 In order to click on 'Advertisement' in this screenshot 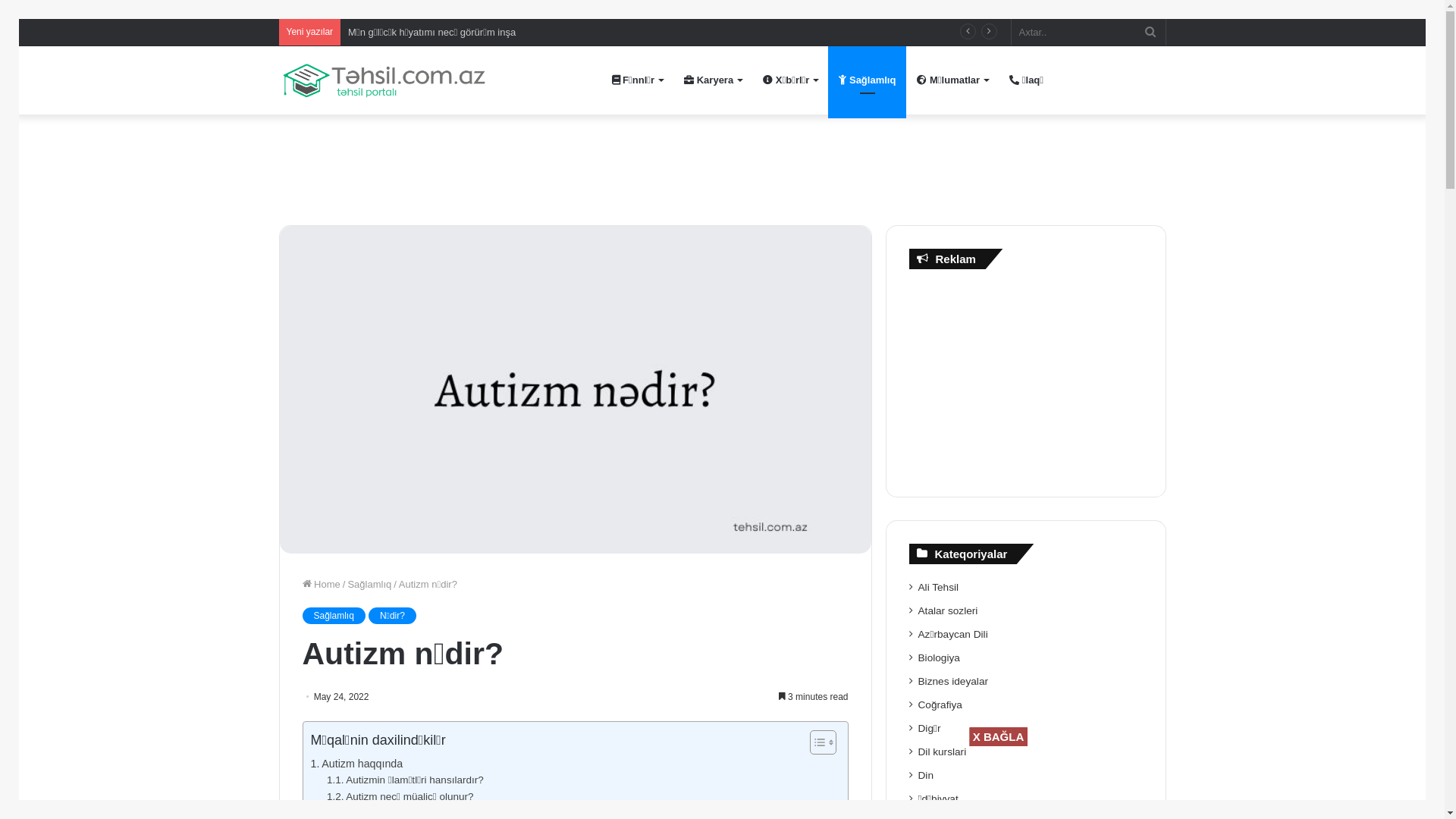, I will do `click(1026, 378)`.